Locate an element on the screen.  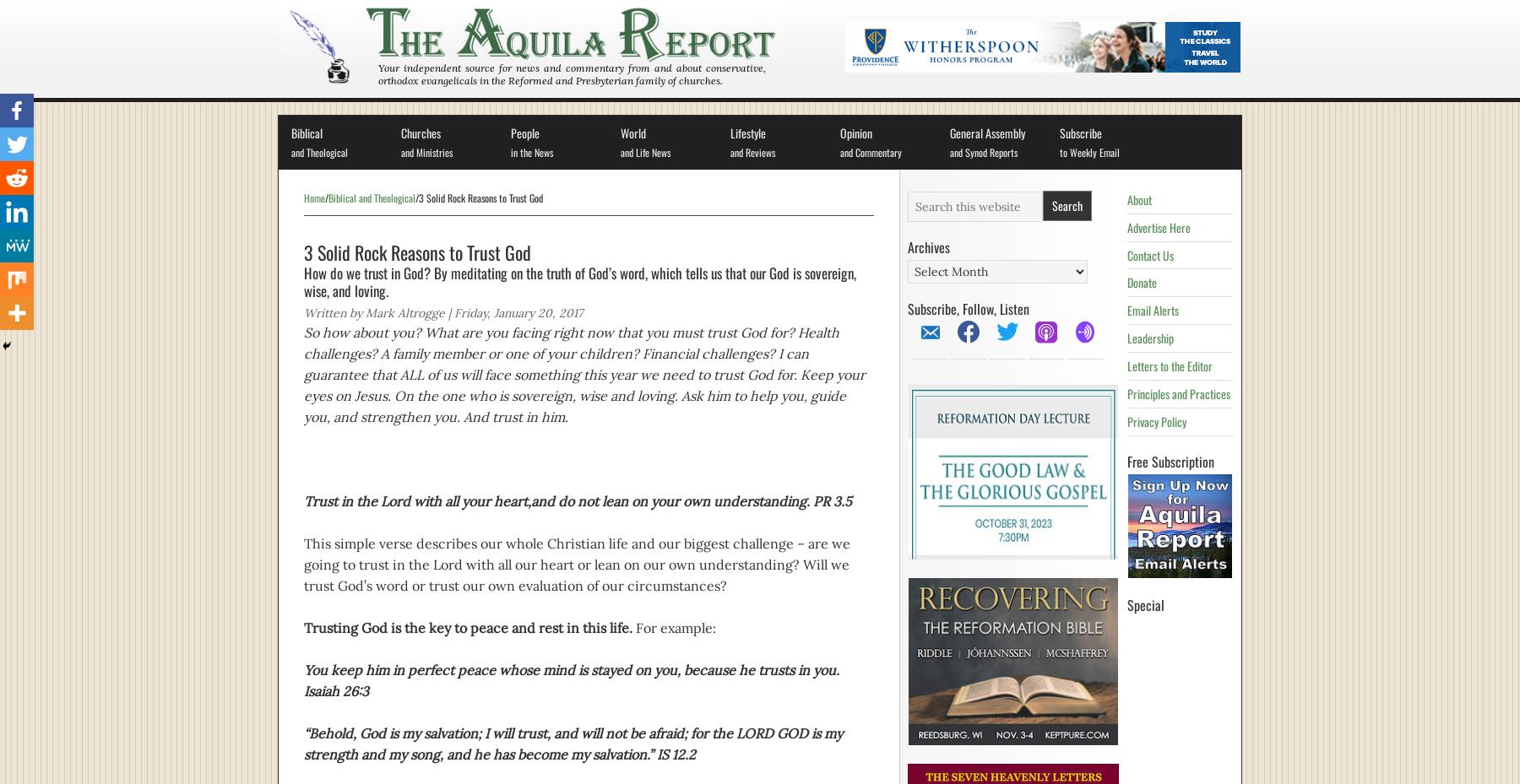
'Email Alerts' is located at coordinates (1152, 310).